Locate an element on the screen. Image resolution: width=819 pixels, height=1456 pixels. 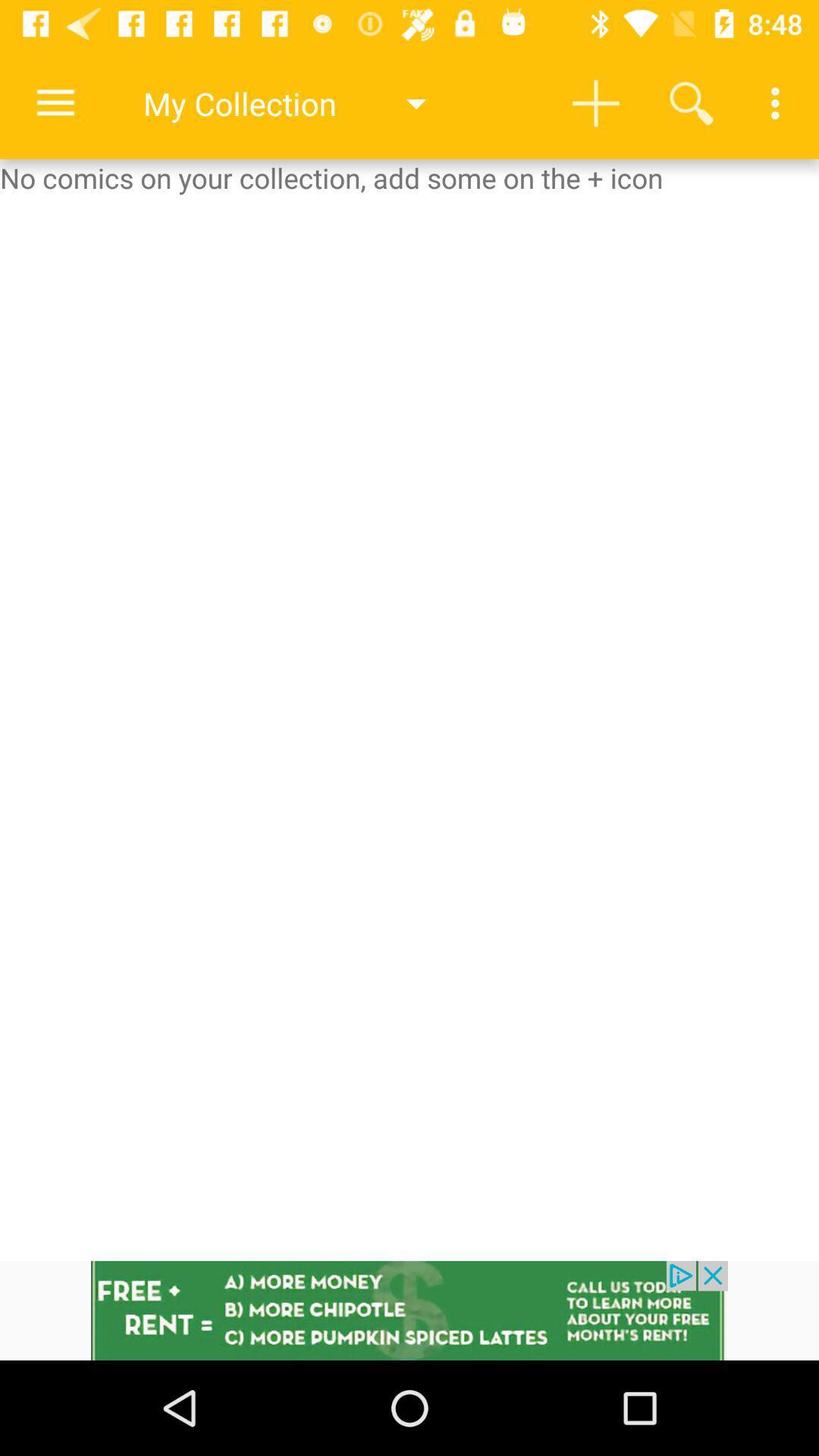
advertisement banner is located at coordinates (409, 1310).